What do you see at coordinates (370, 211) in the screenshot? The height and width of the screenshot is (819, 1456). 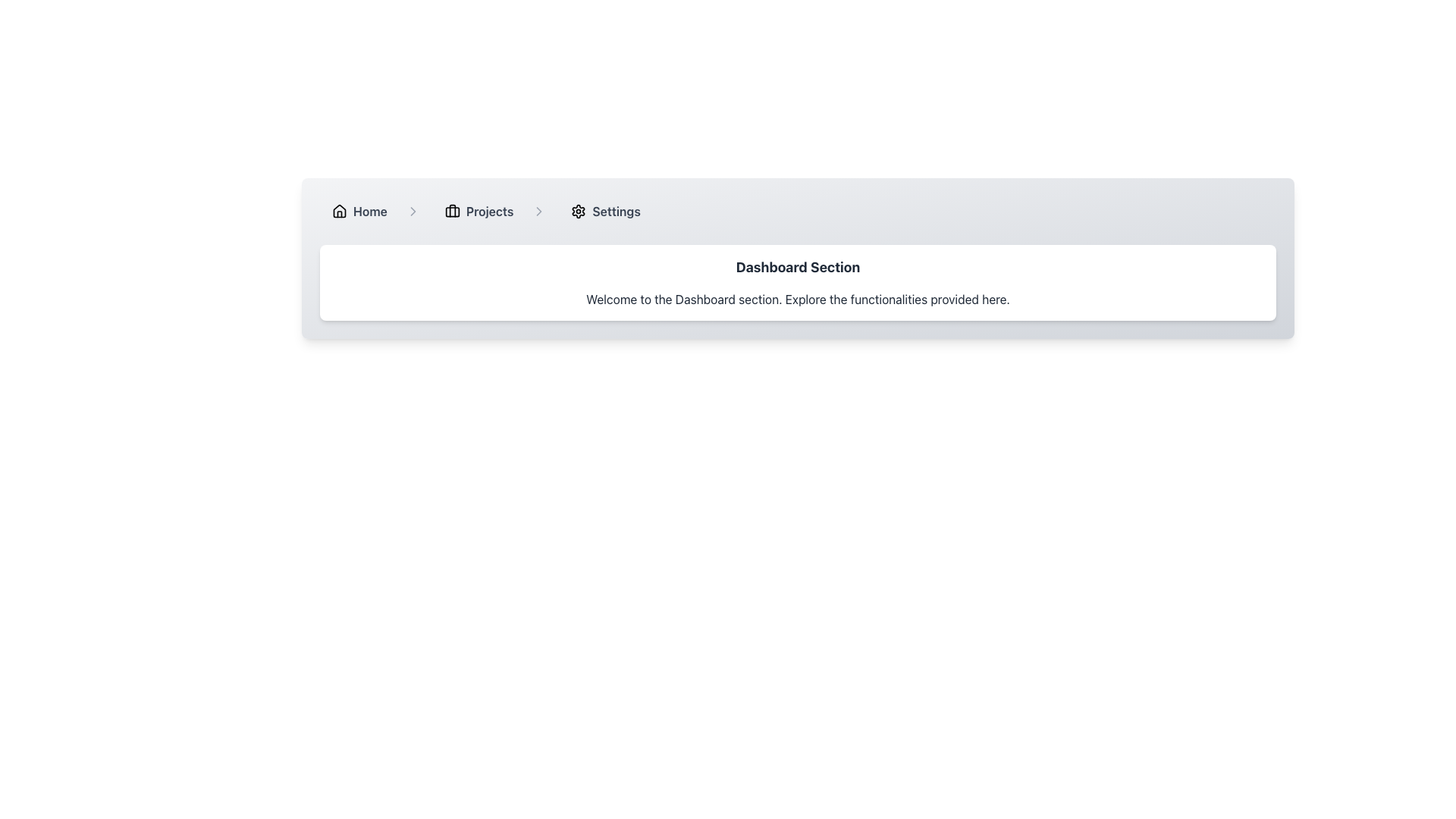 I see `the 'Home' text label in the navigation menu` at bounding box center [370, 211].